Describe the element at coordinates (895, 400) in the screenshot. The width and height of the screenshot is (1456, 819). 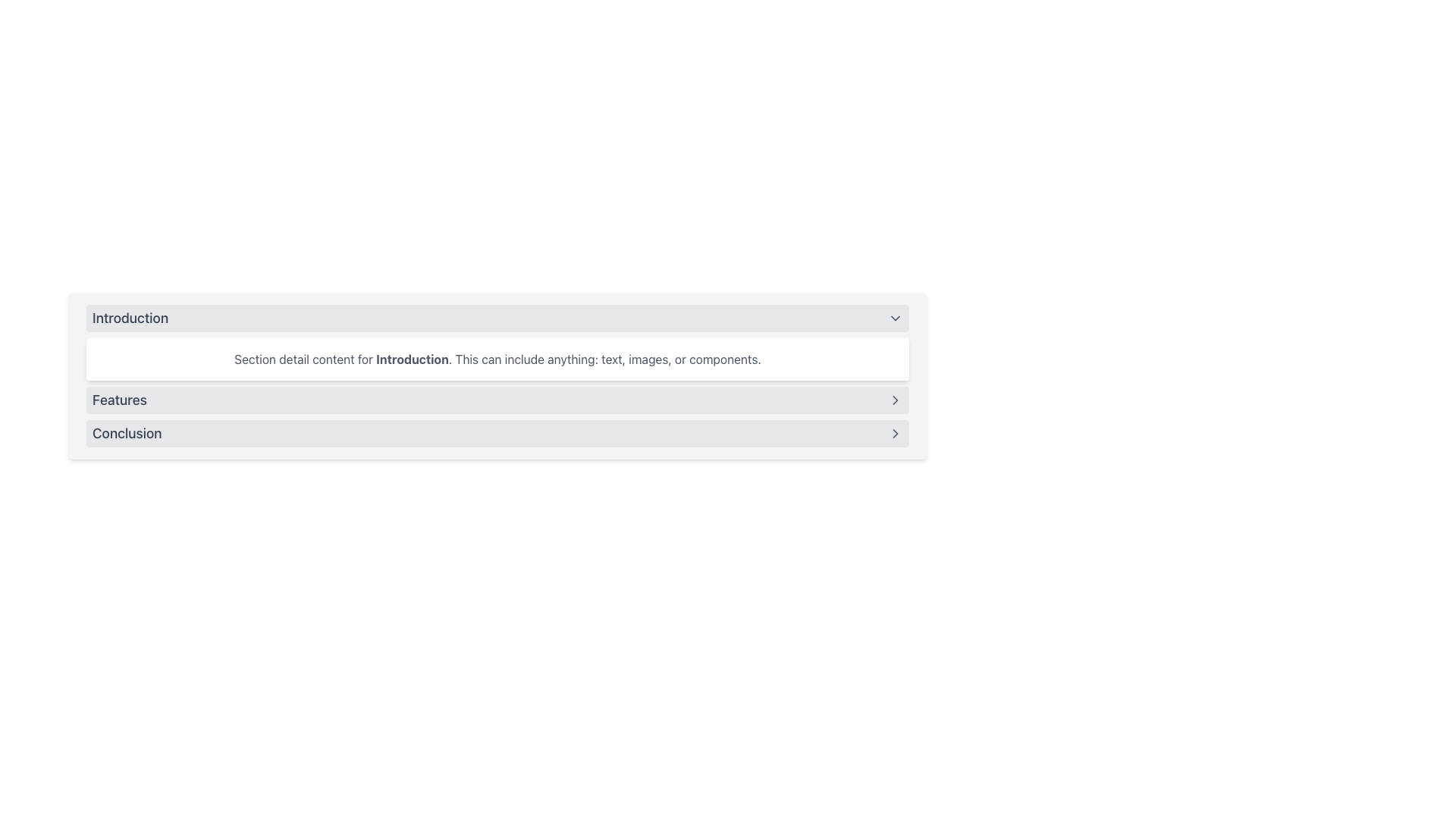
I see `the chevron icon located to the right of the 'Features' section title` at that location.